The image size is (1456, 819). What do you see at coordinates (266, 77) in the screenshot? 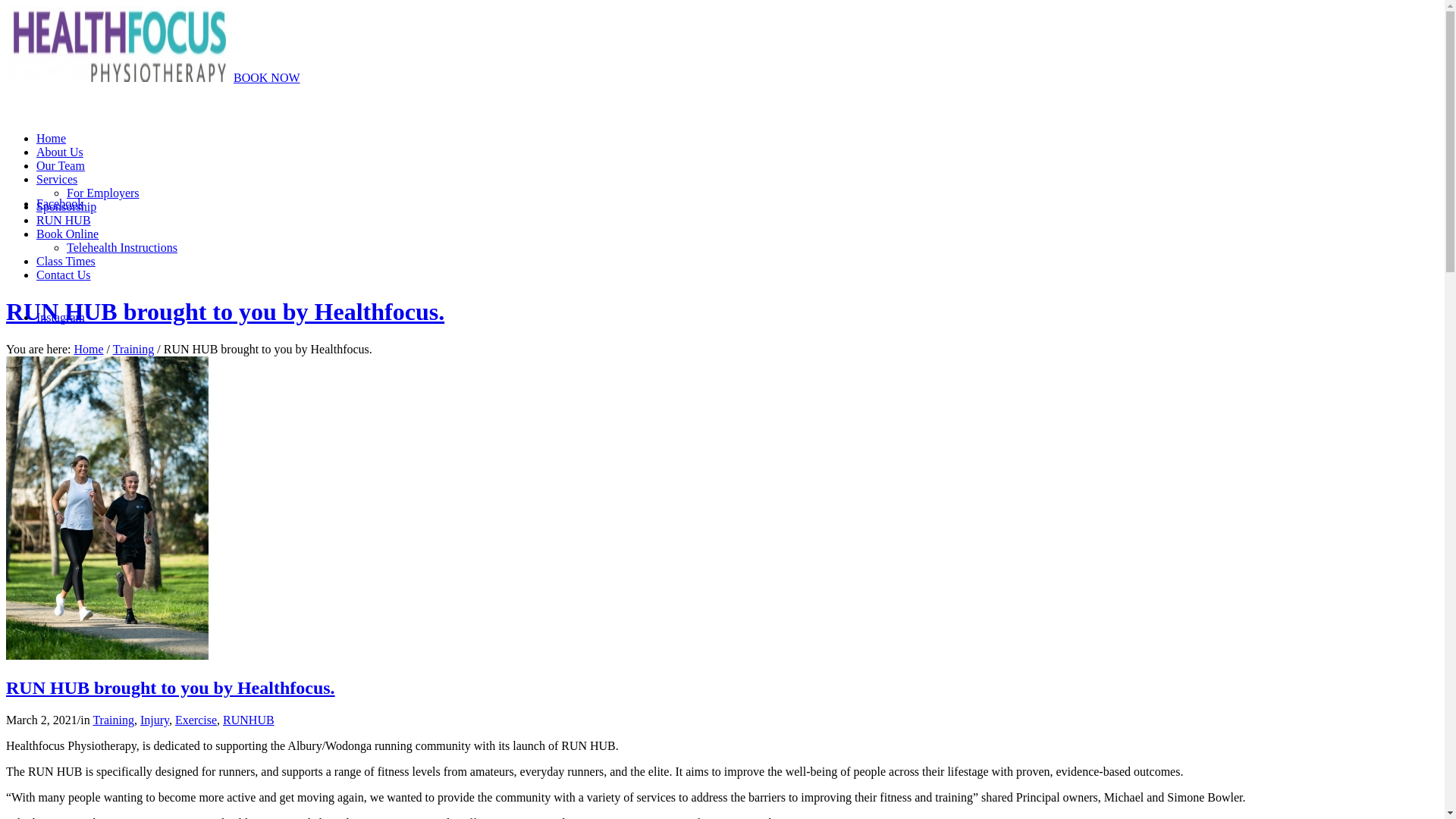
I see `'BOOK NOW'` at bounding box center [266, 77].